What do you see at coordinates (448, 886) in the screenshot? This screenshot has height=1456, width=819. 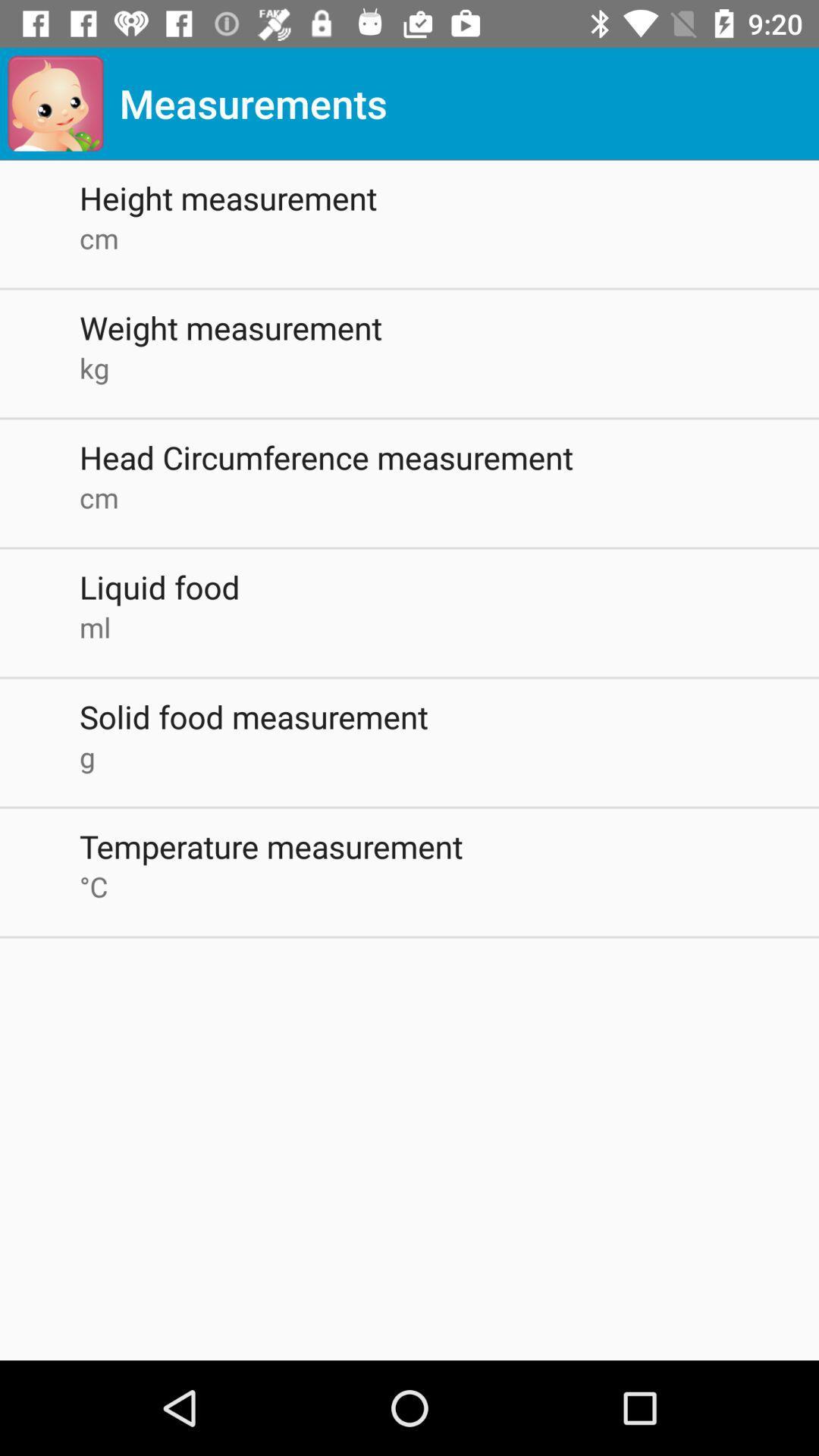 I see `icon below the temperature measurement` at bounding box center [448, 886].